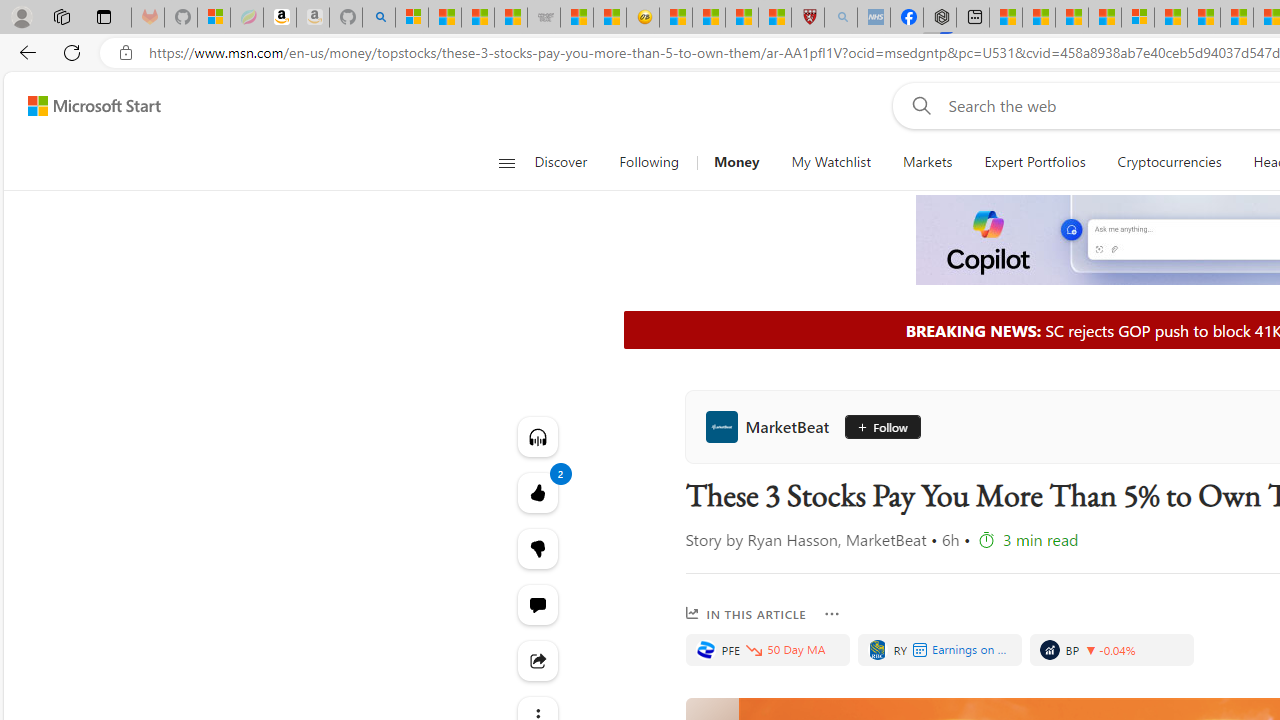 The height and width of the screenshot is (720, 1280). What do you see at coordinates (916, 105) in the screenshot?
I see `'Web search'` at bounding box center [916, 105].